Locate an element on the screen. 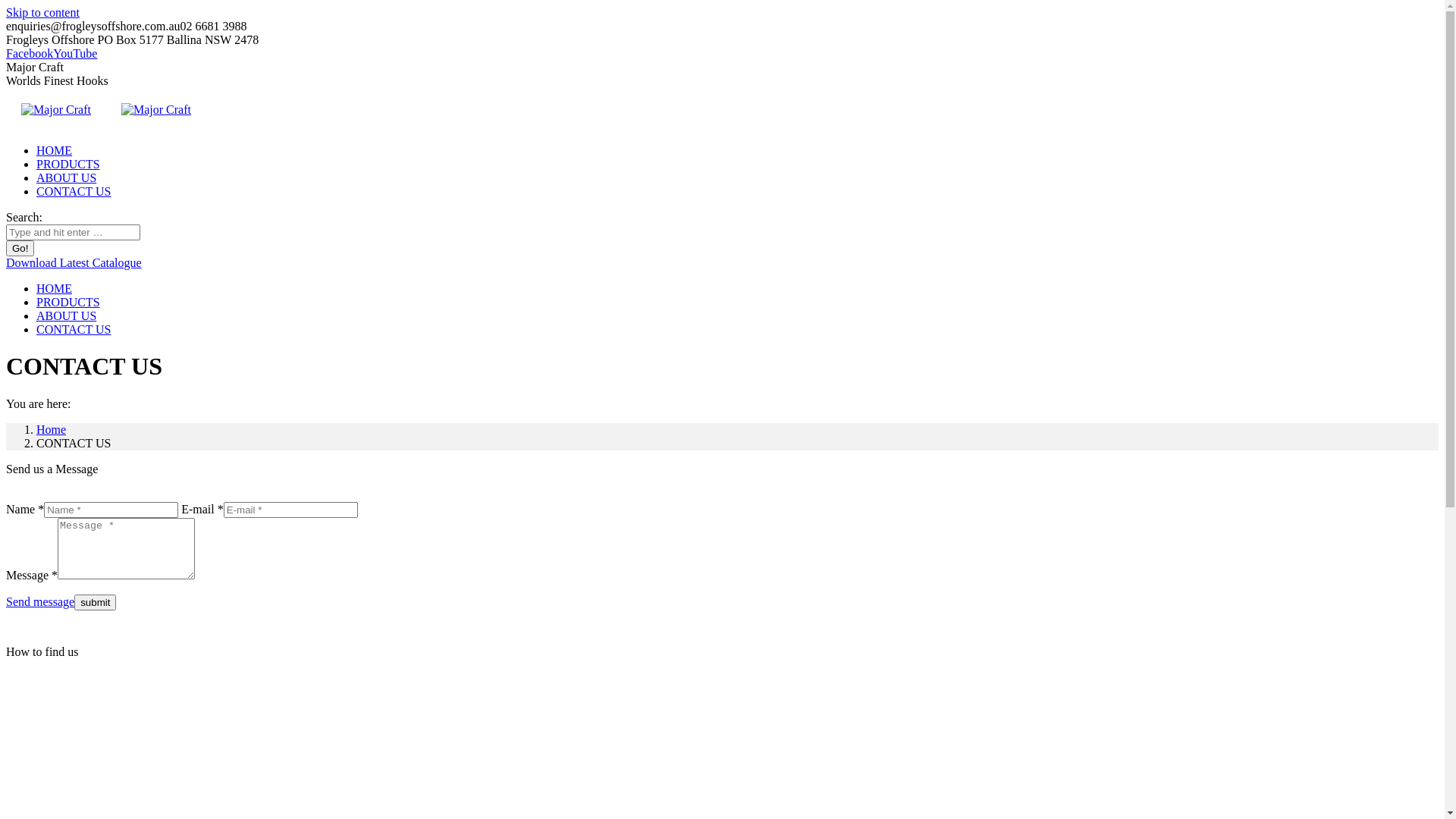  'Go!' is located at coordinates (20, 247).